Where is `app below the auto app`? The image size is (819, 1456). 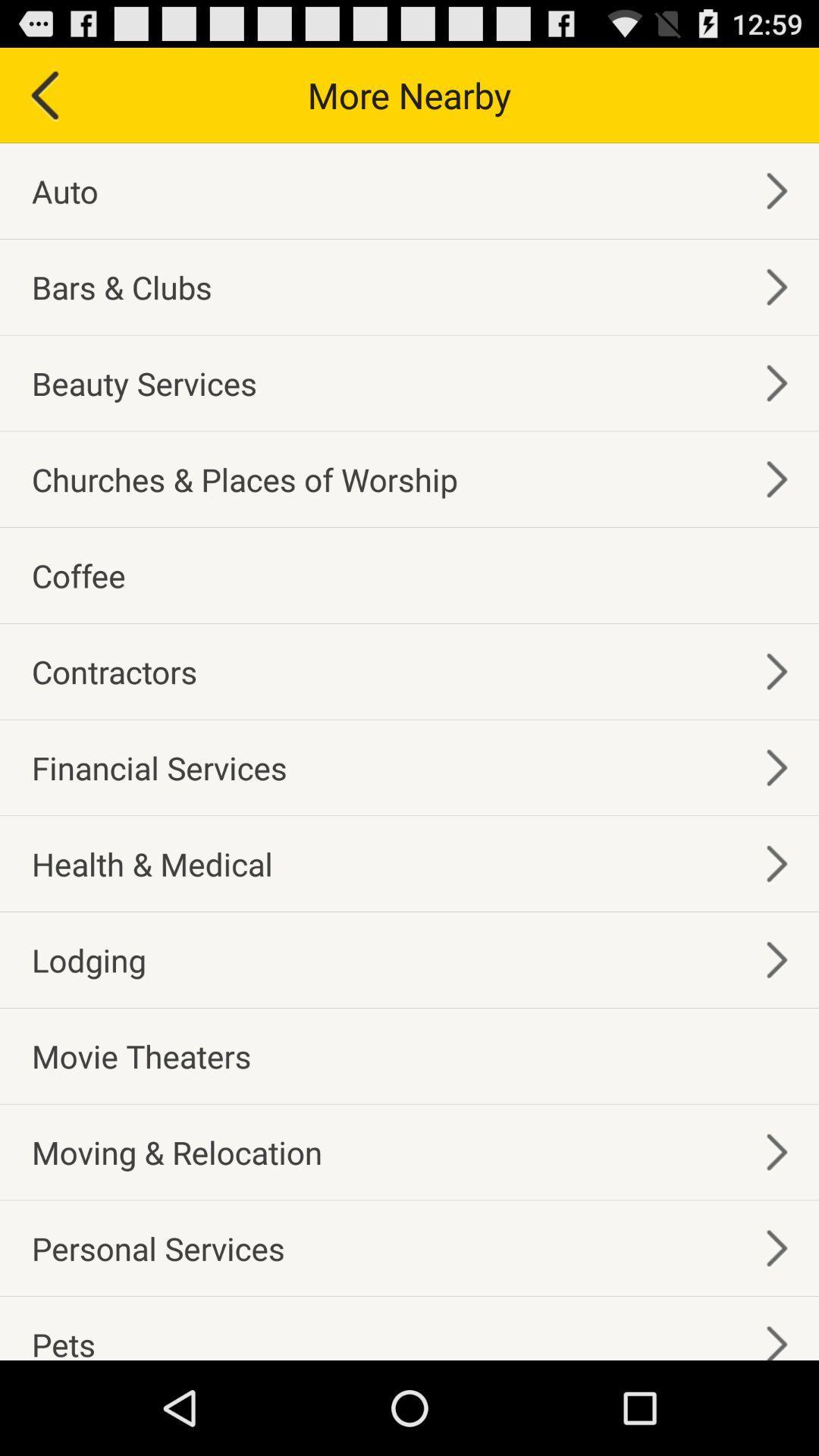
app below the auto app is located at coordinates (121, 287).